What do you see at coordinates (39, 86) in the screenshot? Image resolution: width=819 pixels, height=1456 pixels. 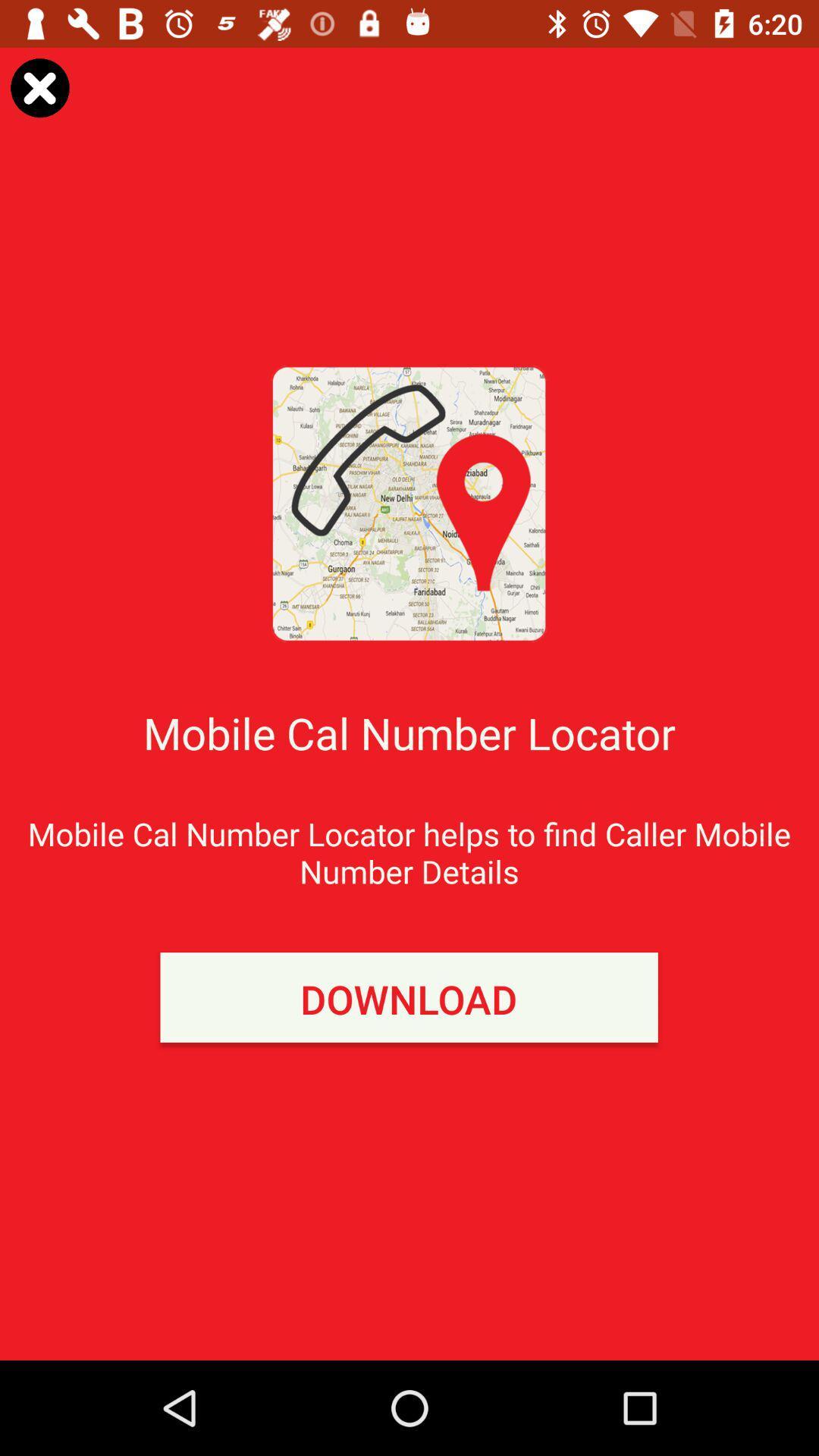 I see `exit` at bounding box center [39, 86].